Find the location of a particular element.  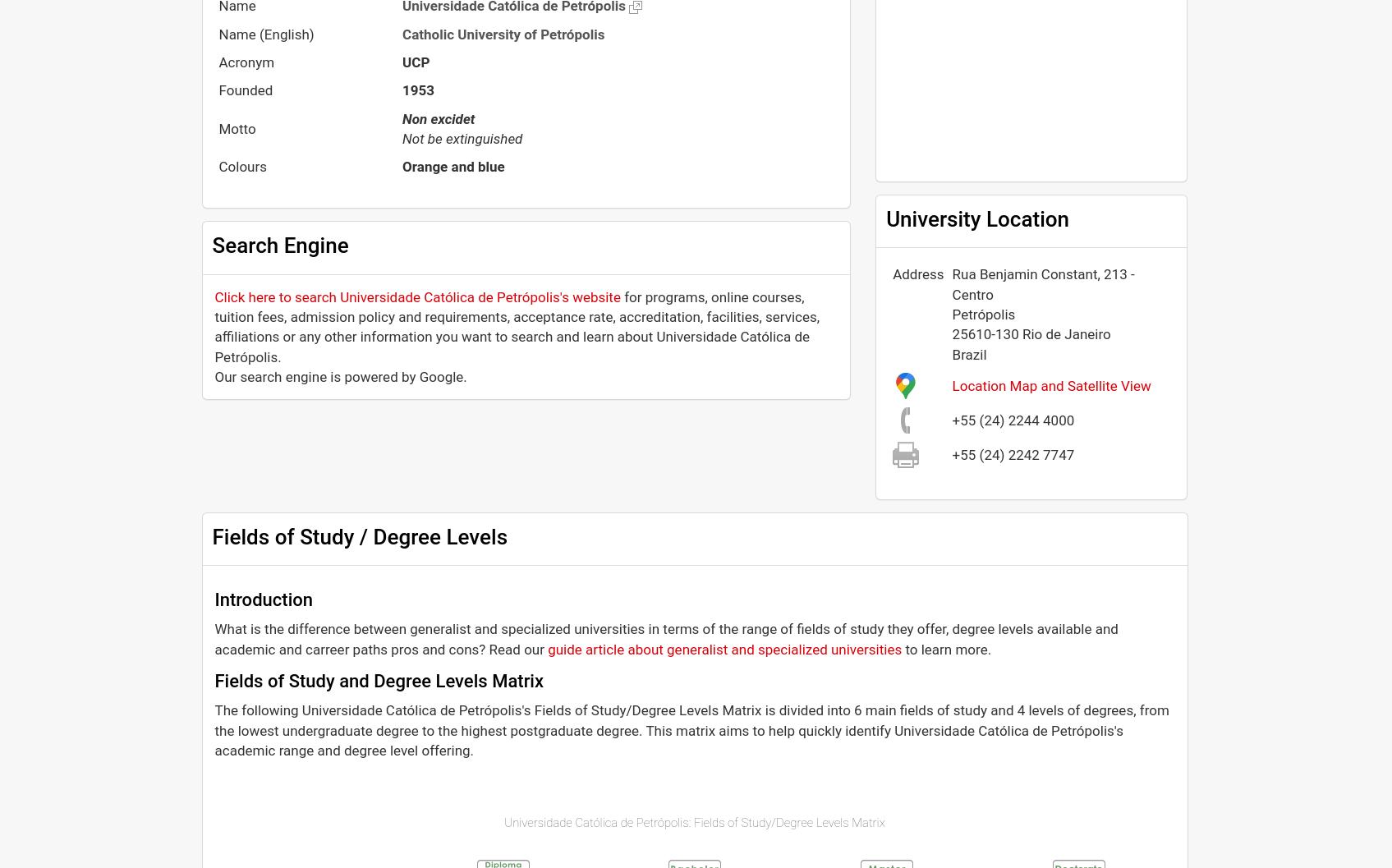

'Petrópolis' is located at coordinates (951, 313).